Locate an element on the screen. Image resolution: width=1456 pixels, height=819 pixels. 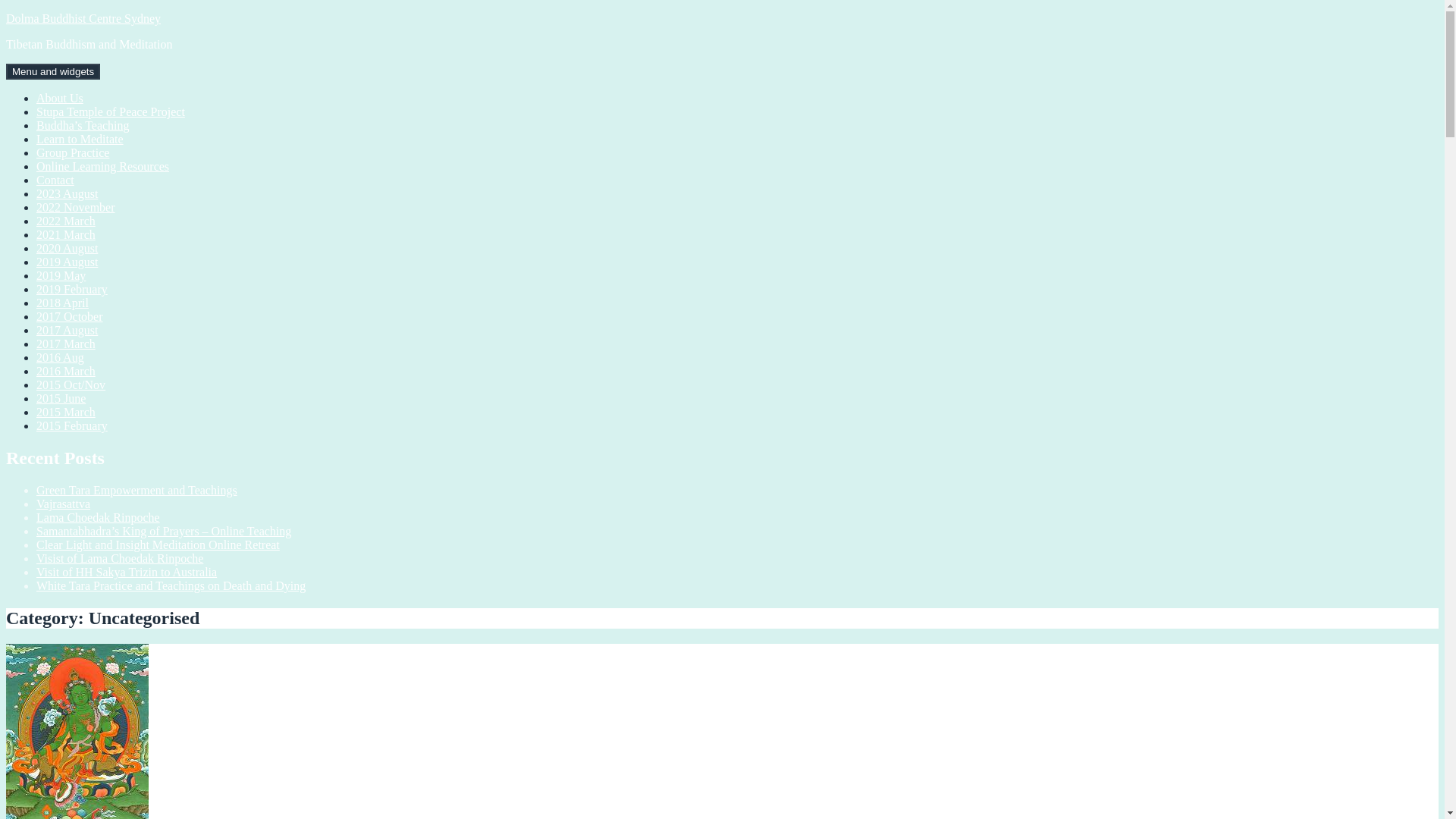
'2022 March' is located at coordinates (64, 221).